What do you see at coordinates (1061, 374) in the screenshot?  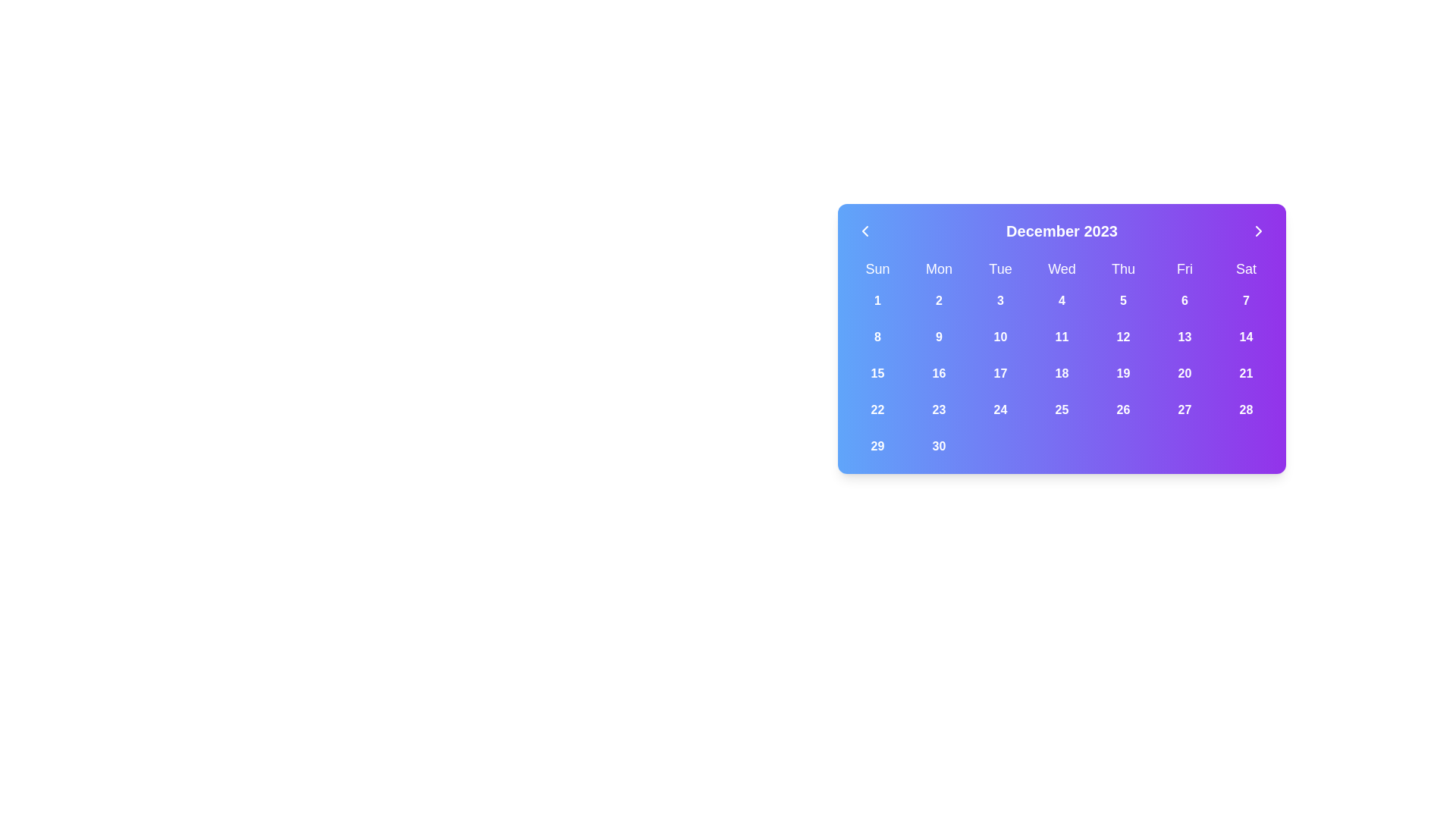 I see `the button representing the 18th day in the calendar, located under the 'Tue' column in the third week row` at bounding box center [1061, 374].